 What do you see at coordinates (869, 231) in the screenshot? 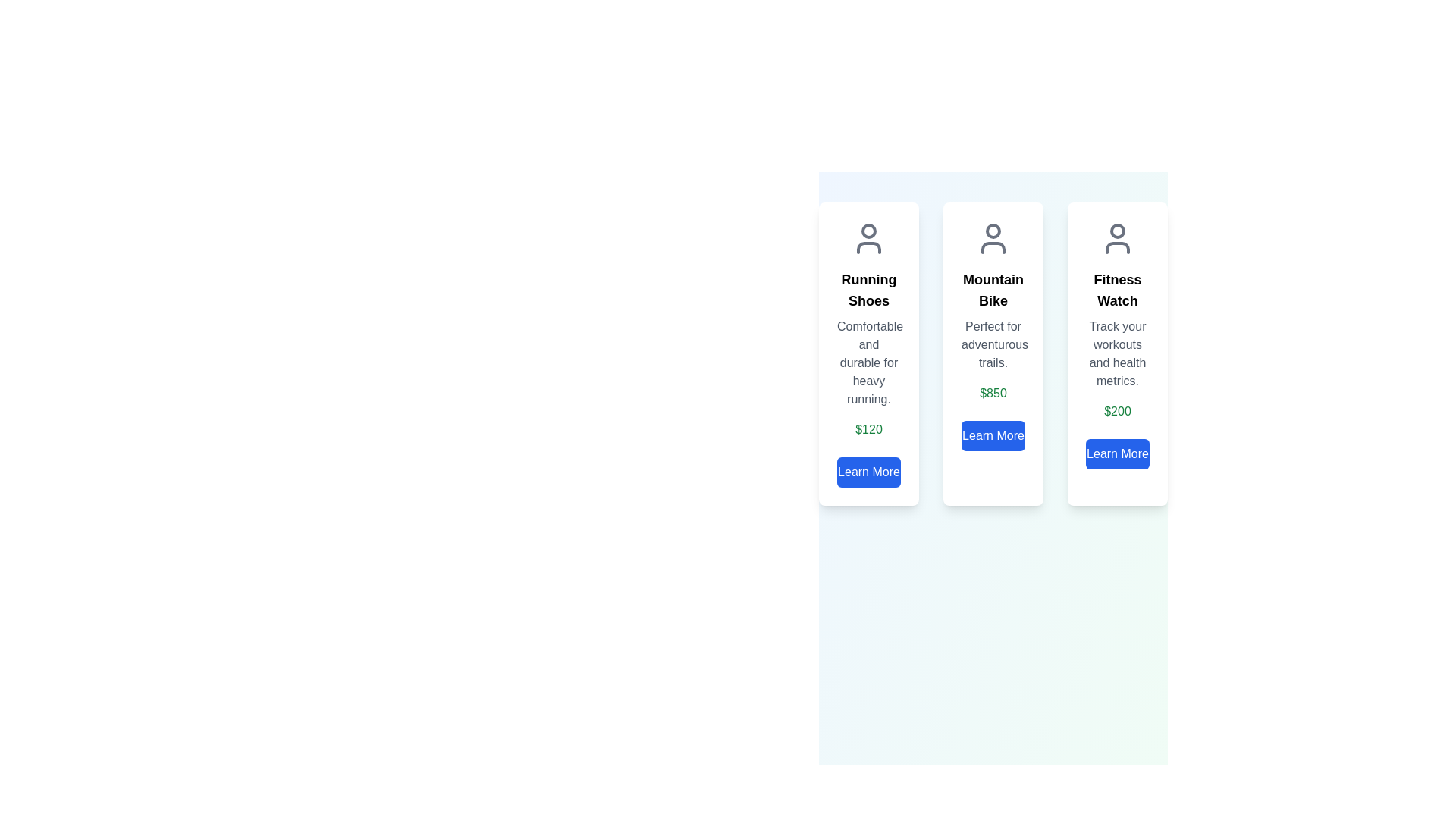
I see `the decorative SVG circle element located in the leftmost card of a horizontally arranged set of three cards, positioned at the top of the card and above a semicircular curve graphic` at bounding box center [869, 231].